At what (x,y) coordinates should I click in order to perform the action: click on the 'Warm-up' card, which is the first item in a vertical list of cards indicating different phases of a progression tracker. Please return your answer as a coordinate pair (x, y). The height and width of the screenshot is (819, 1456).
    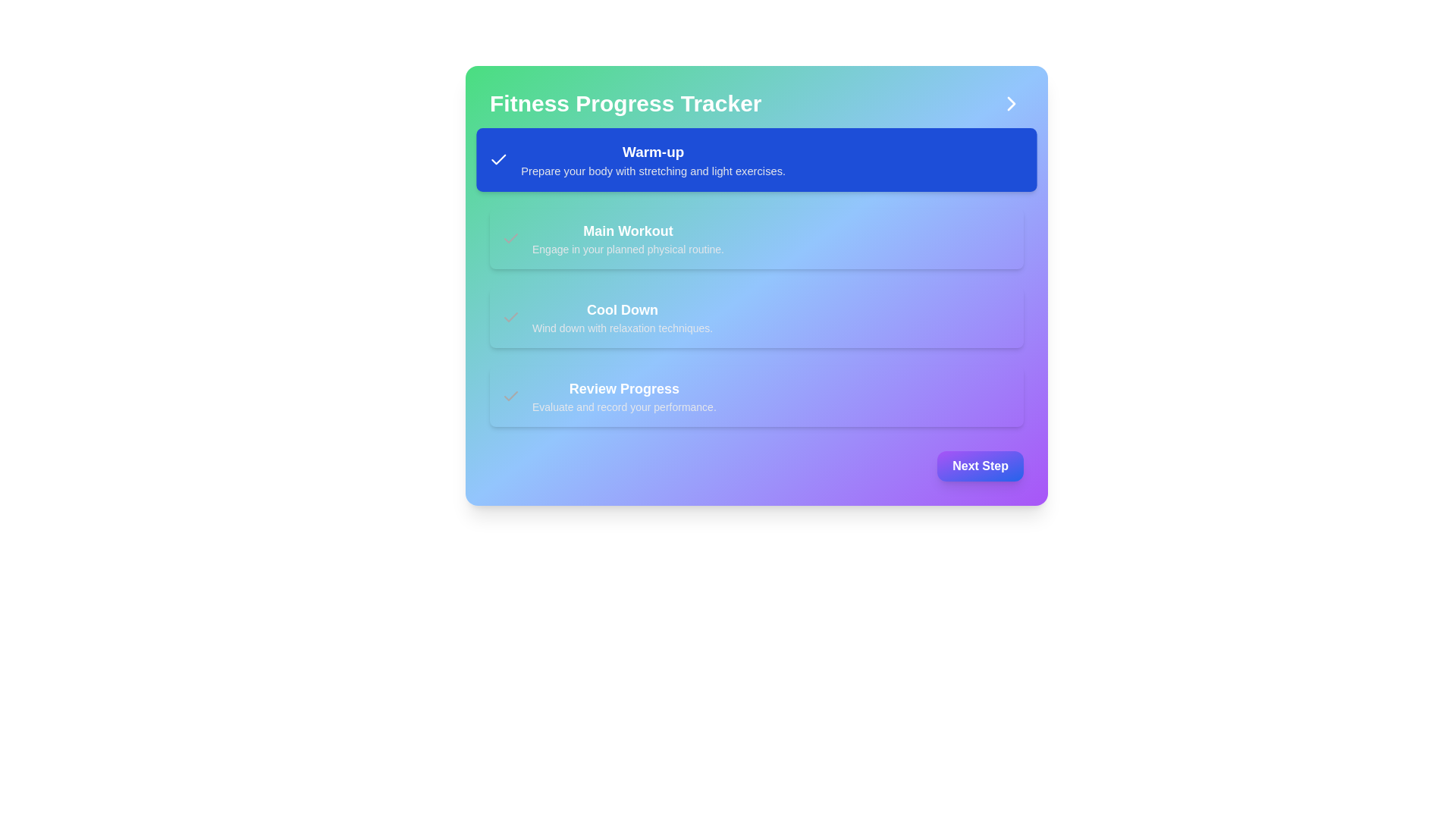
    Looking at the image, I should click on (757, 160).